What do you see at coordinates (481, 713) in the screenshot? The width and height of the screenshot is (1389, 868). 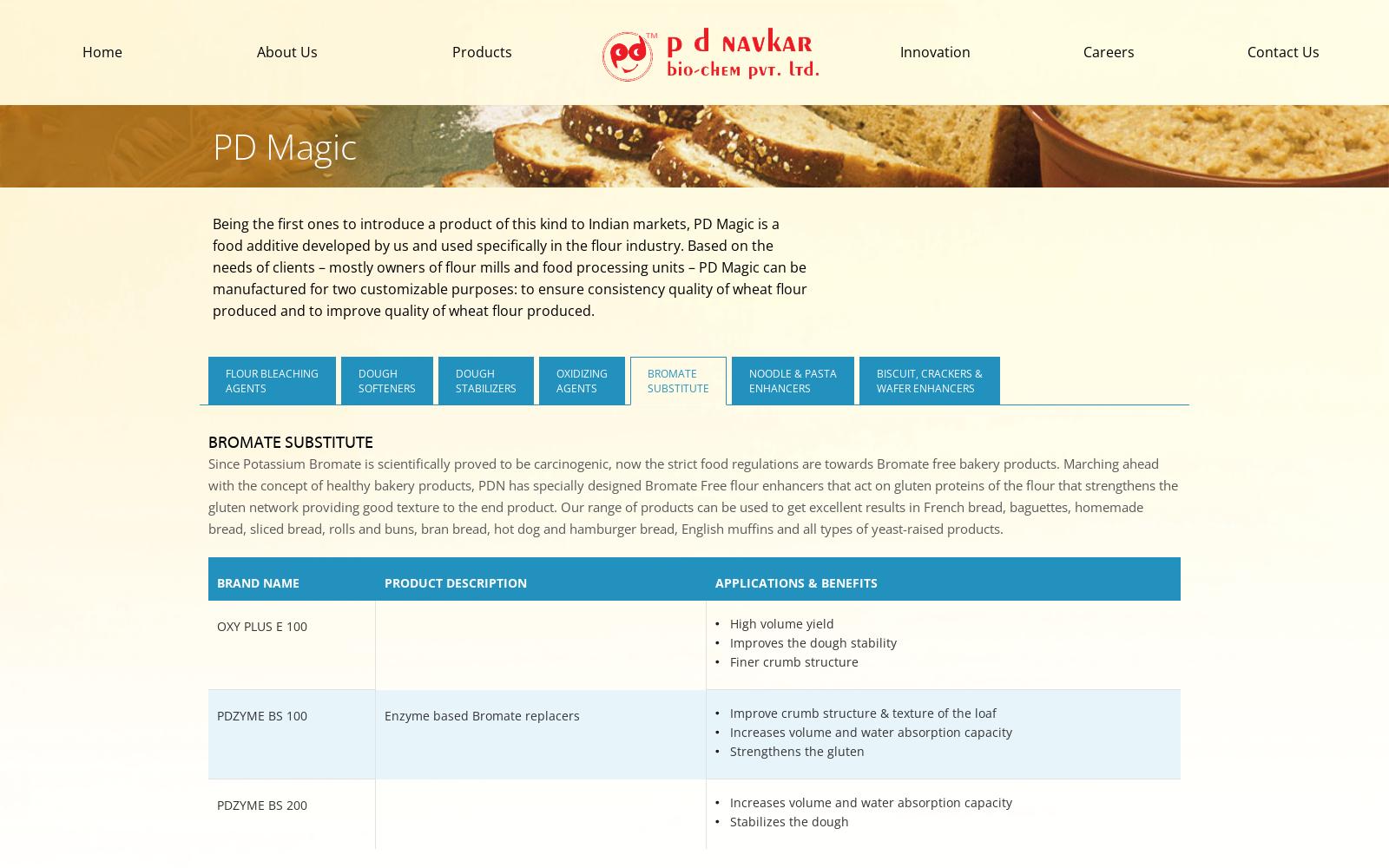 I see `'Enzyme based Bromate replacers'` at bounding box center [481, 713].